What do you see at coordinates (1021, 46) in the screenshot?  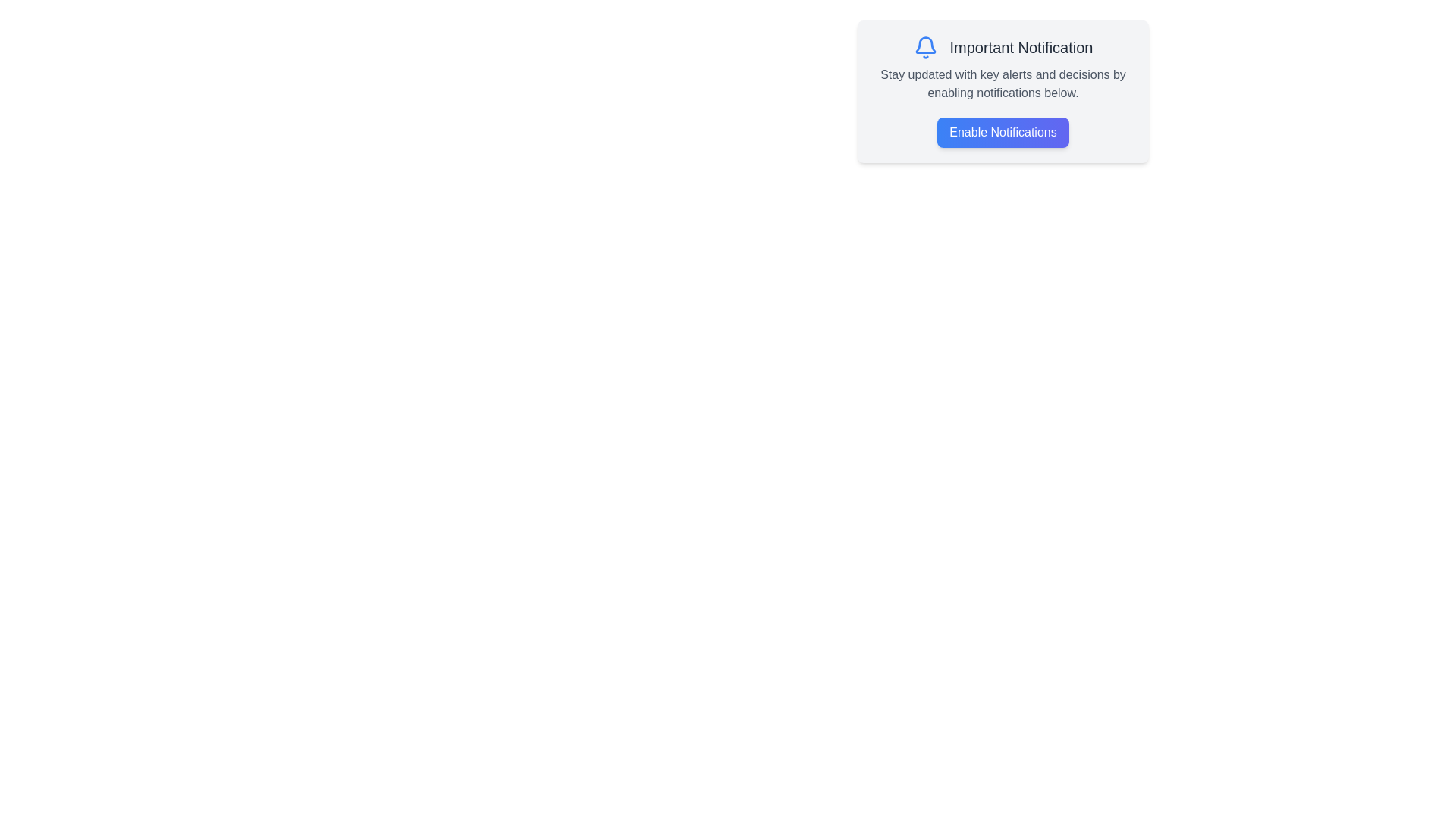 I see `text content of the text label displaying 'Important Notification', which is a bold, large font label aligned to the right of a notification bell icon` at bounding box center [1021, 46].